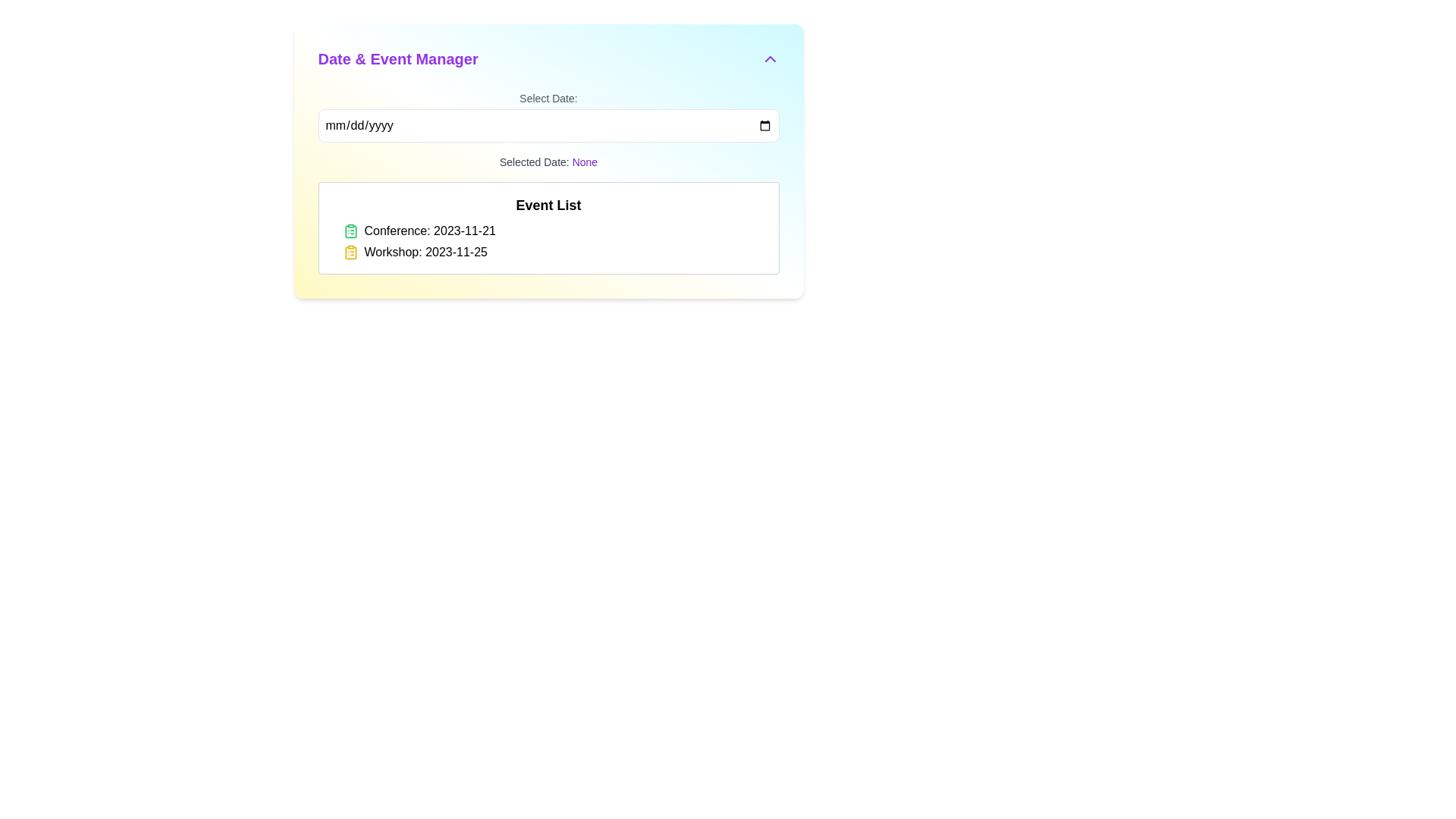  Describe the element at coordinates (350, 251) in the screenshot. I see `the yellow clipboard icon that features a minimalist design and is positioned to the left of the text 'Workshop: 2023-11-25' in the 'Date & Event Manager' panel` at that location.